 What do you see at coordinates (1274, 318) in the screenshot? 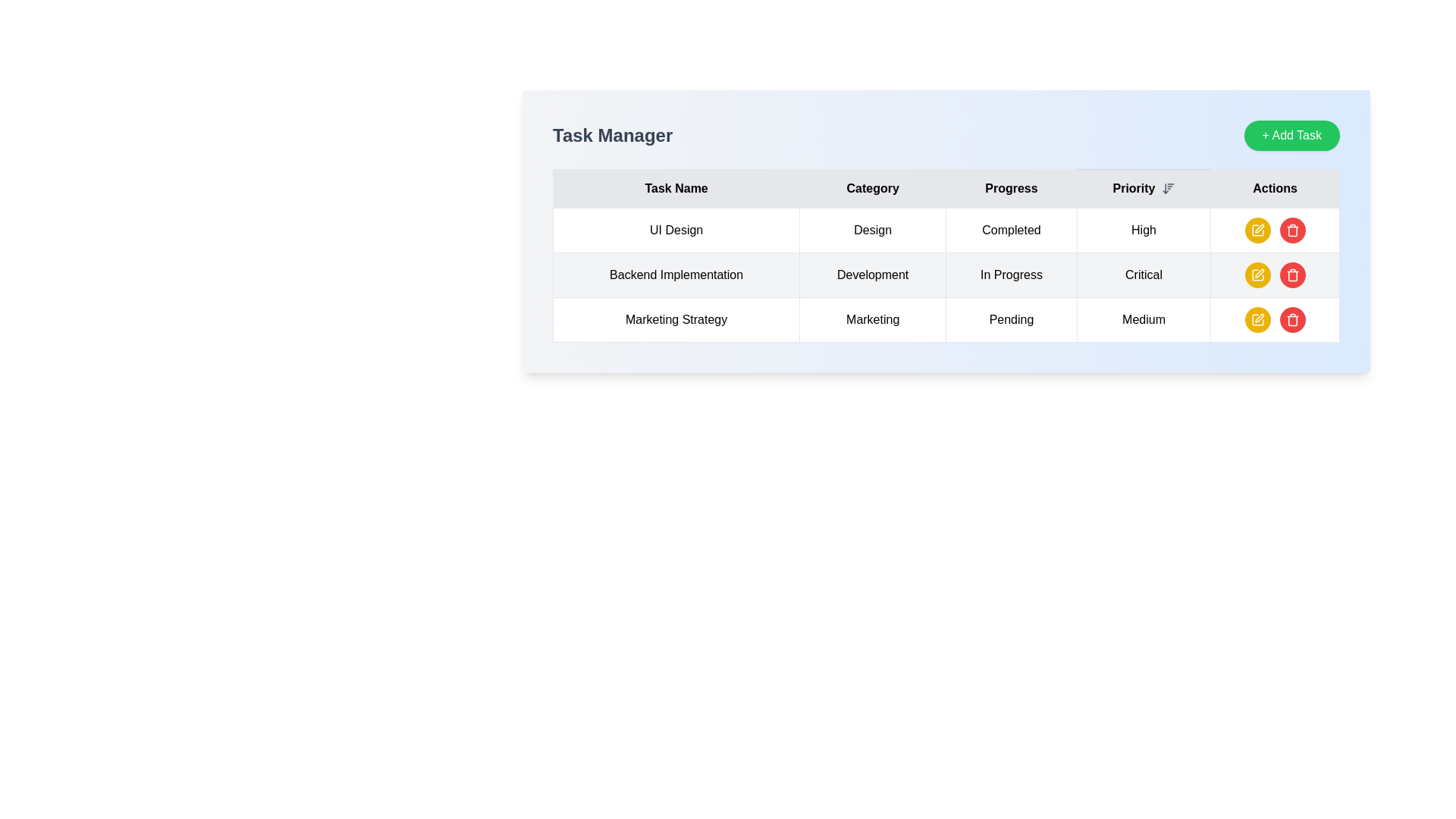
I see `the yellow button in the Interactive button group for the 'Marketing Strategy' task` at bounding box center [1274, 318].